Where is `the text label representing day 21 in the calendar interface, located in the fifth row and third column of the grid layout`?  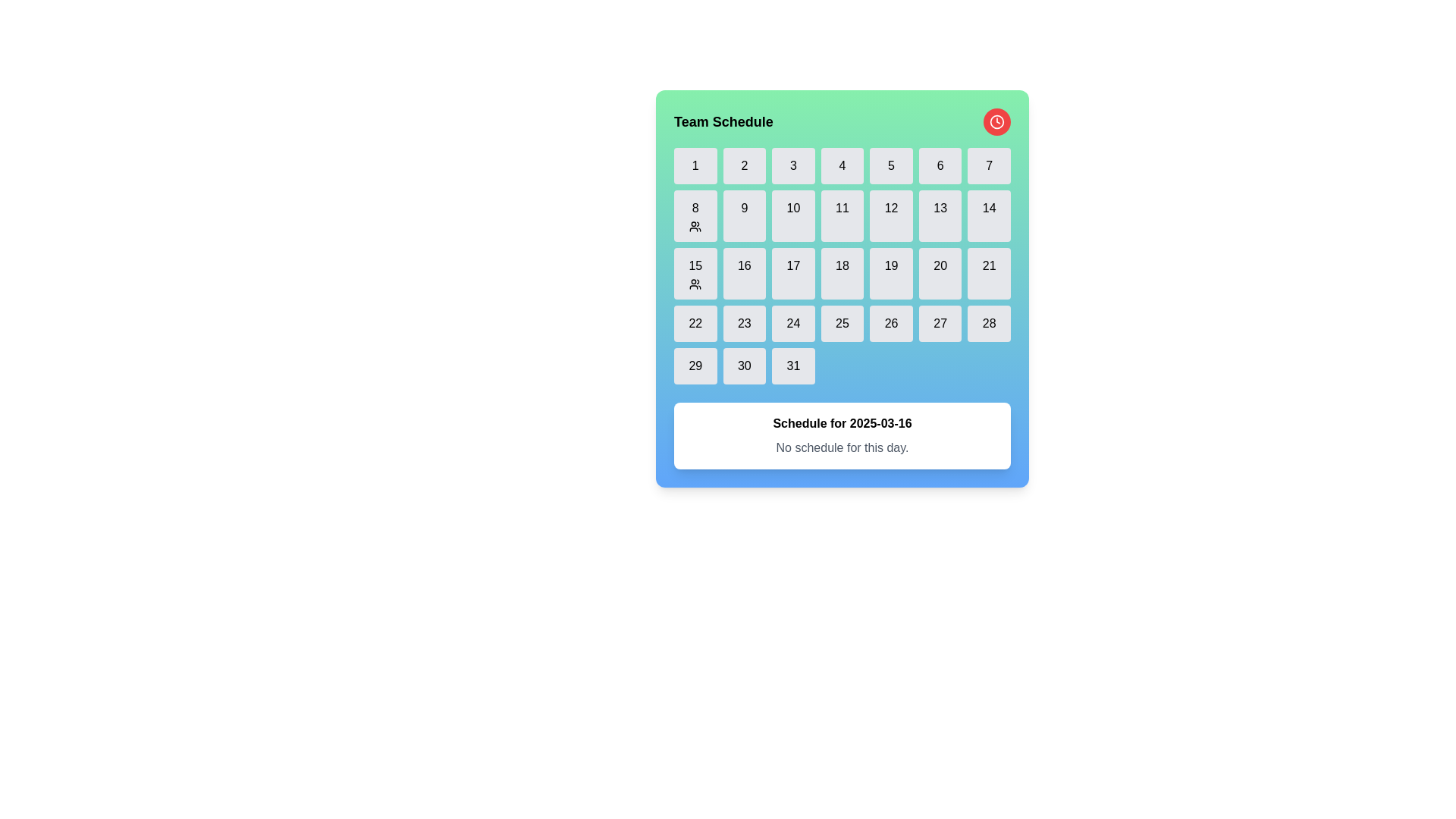 the text label representing day 21 in the calendar interface, located in the fifth row and third column of the grid layout is located at coordinates (989, 265).